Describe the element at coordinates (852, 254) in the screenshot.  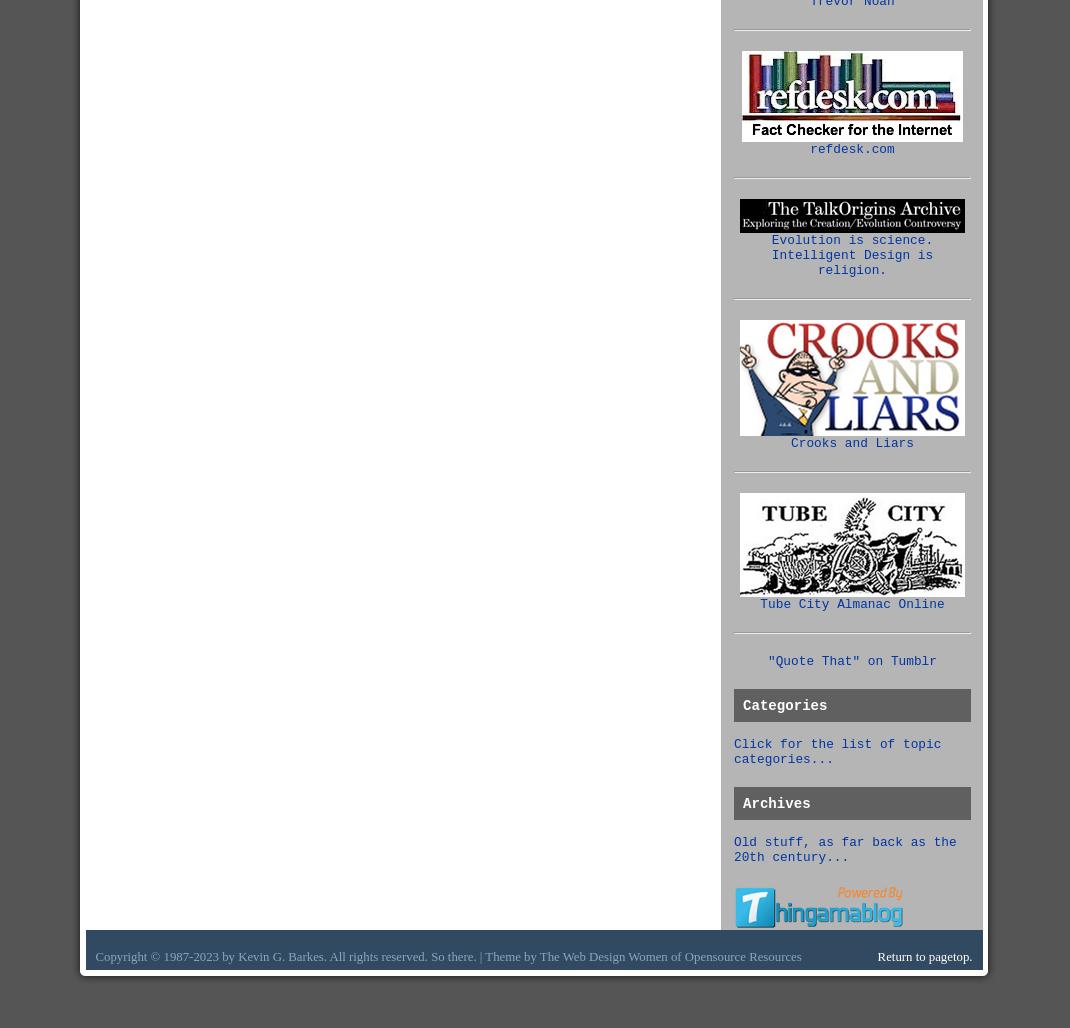
I see `'Evolution is science. Intelligent Design is religion.'` at that location.